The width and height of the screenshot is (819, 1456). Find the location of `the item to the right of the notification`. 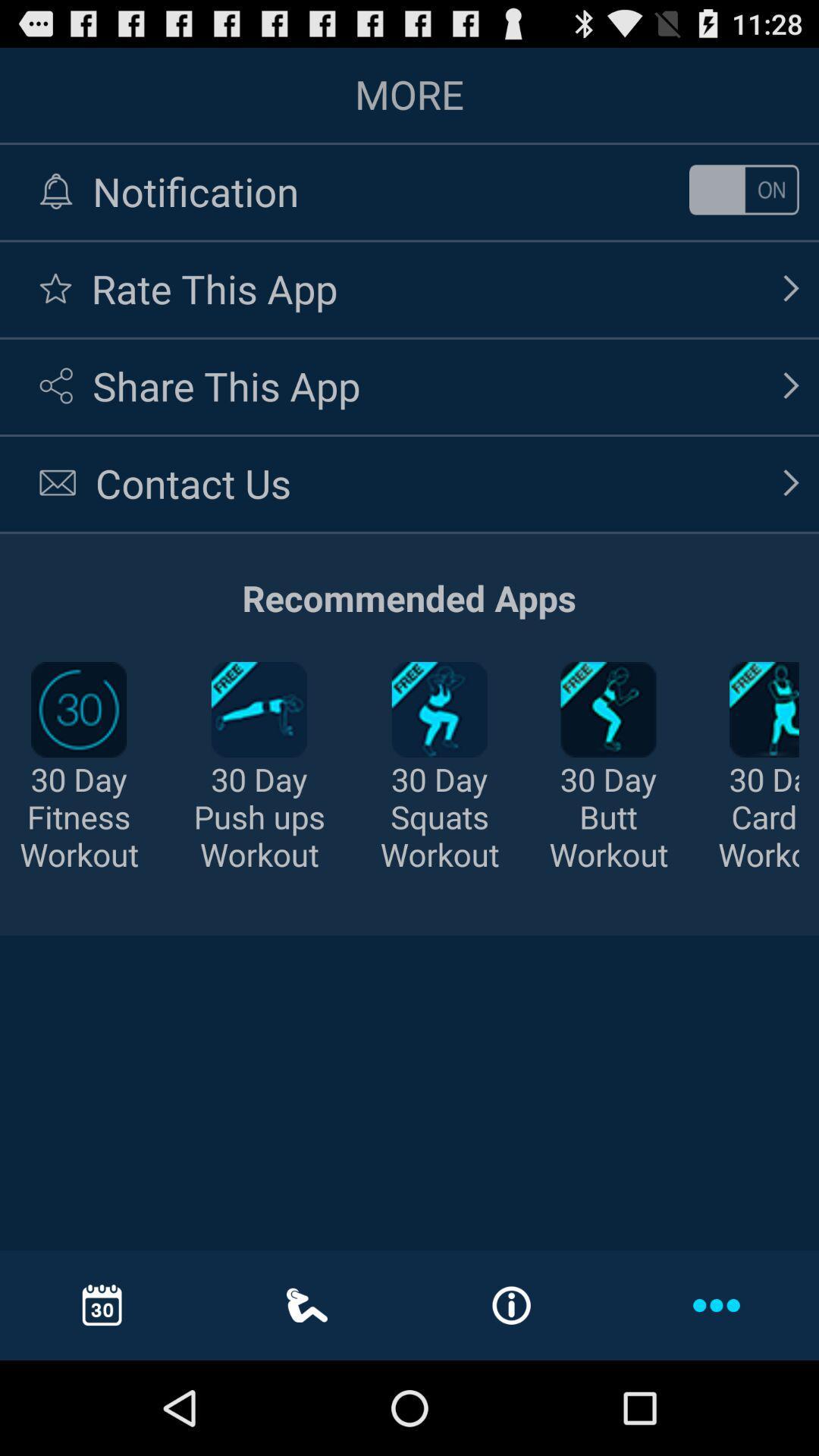

the item to the right of the notification is located at coordinates (743, 189).